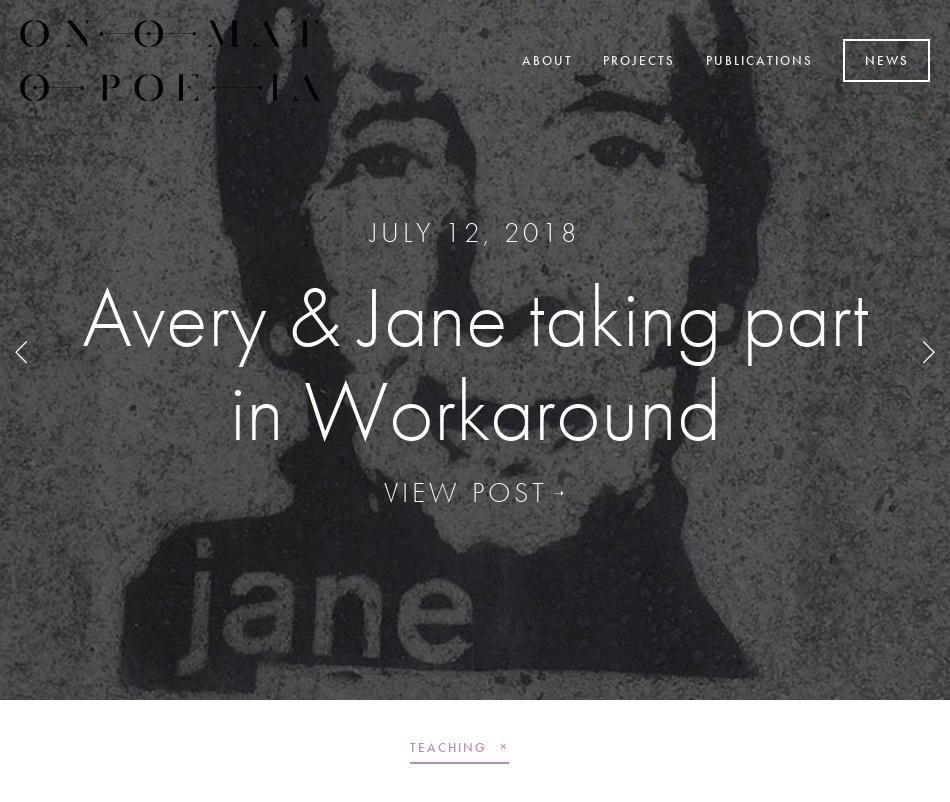 This screenshot has width=950, height=802. I want to click on 'Avery & Jane taking part in Workaround', so click(473, 361).